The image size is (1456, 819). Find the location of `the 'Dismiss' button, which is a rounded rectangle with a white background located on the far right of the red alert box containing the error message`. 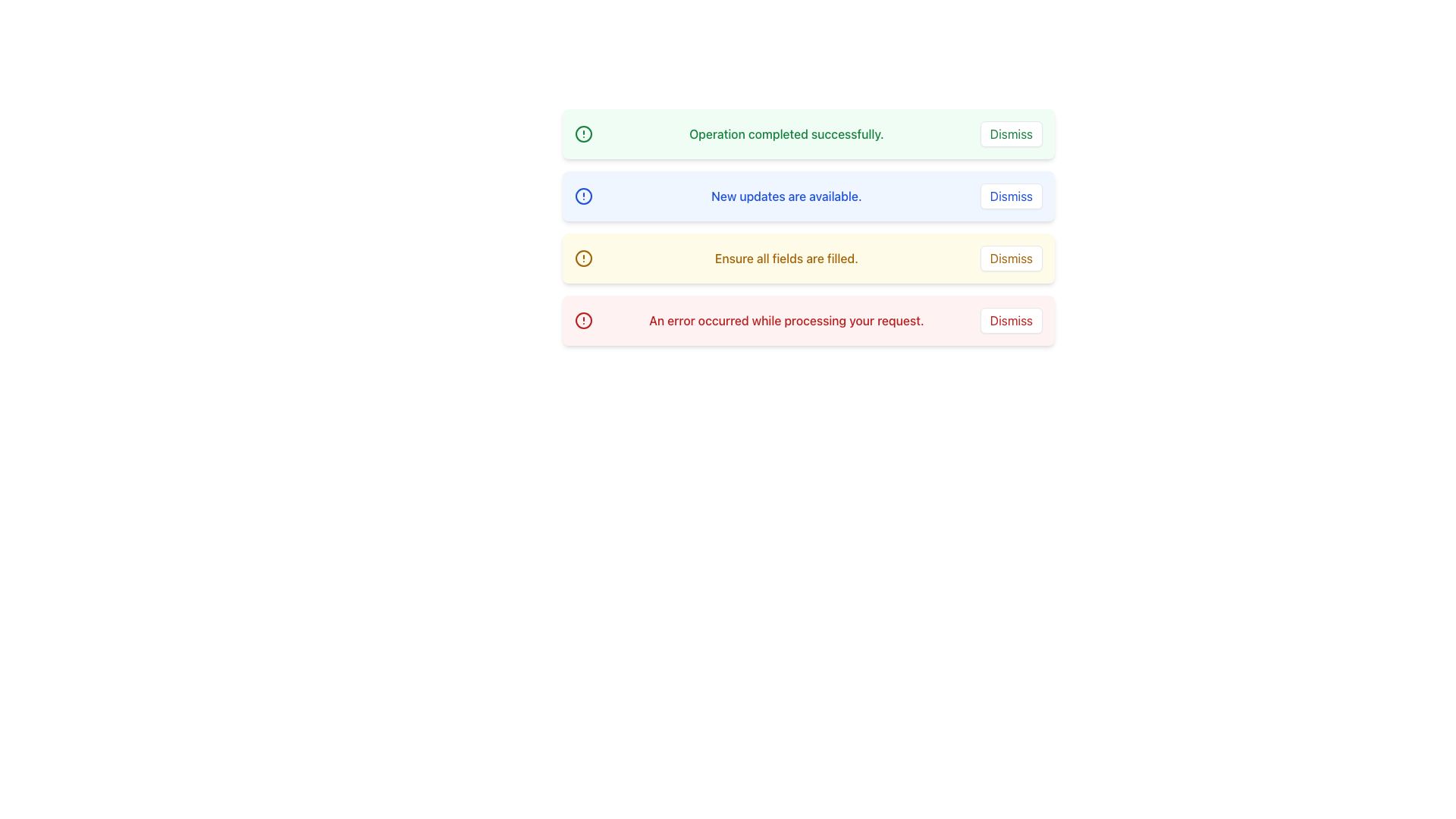

the 'Dismiss' button, which is a rounded rectangle with a white background located on the far right of the red alert box containing the error message is located at coordinates (1011, 320).